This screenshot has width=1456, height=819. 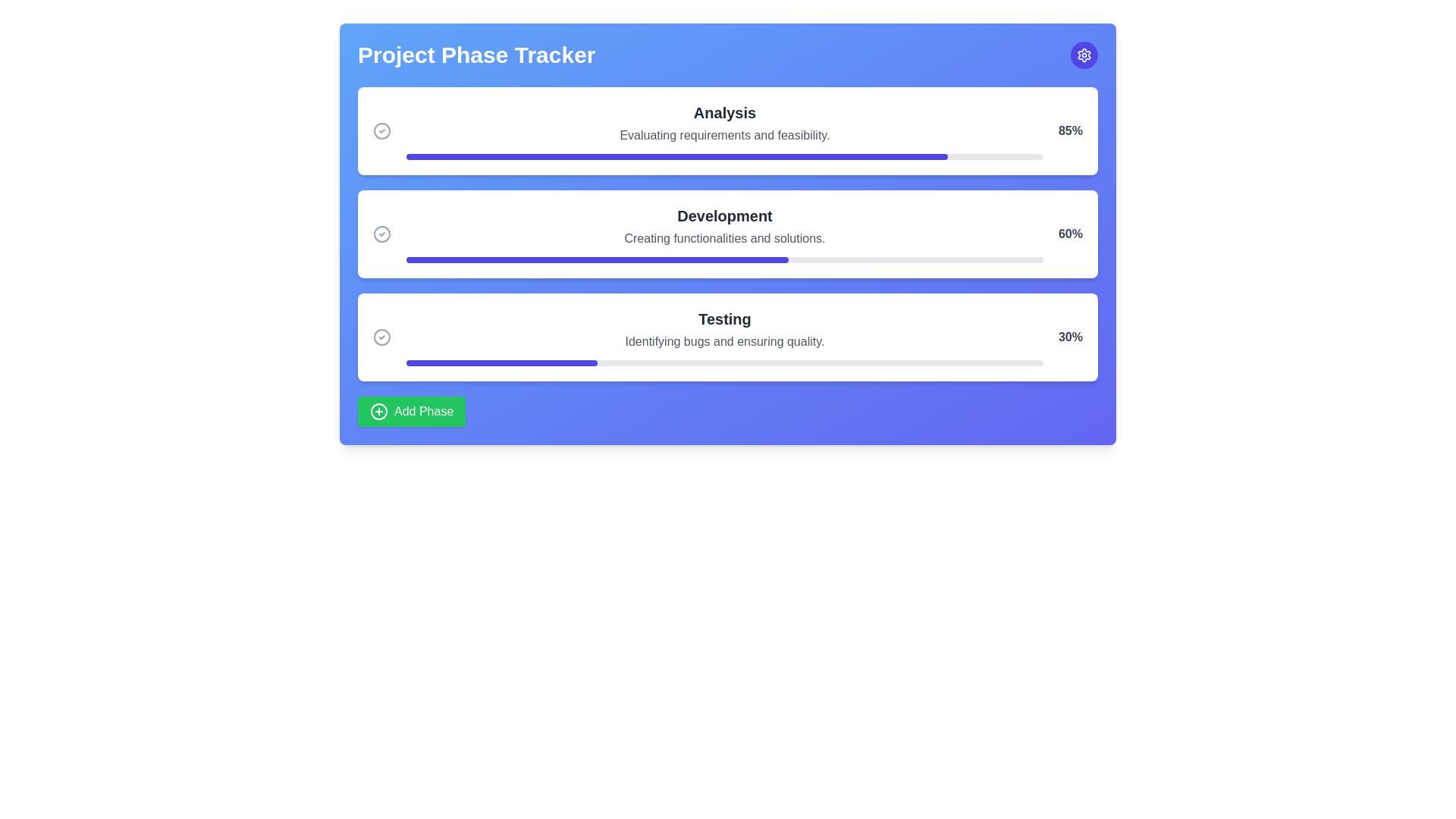 What do you see at coordinates (723, 362) in the screenshot?
I see `the progress indicator of the horizontal progress bar located beneath the text 'Identifying bugs and ensuring quality' in the 'Testing' section, which is the third progress bar from the top` at bounding box center [723, 362].